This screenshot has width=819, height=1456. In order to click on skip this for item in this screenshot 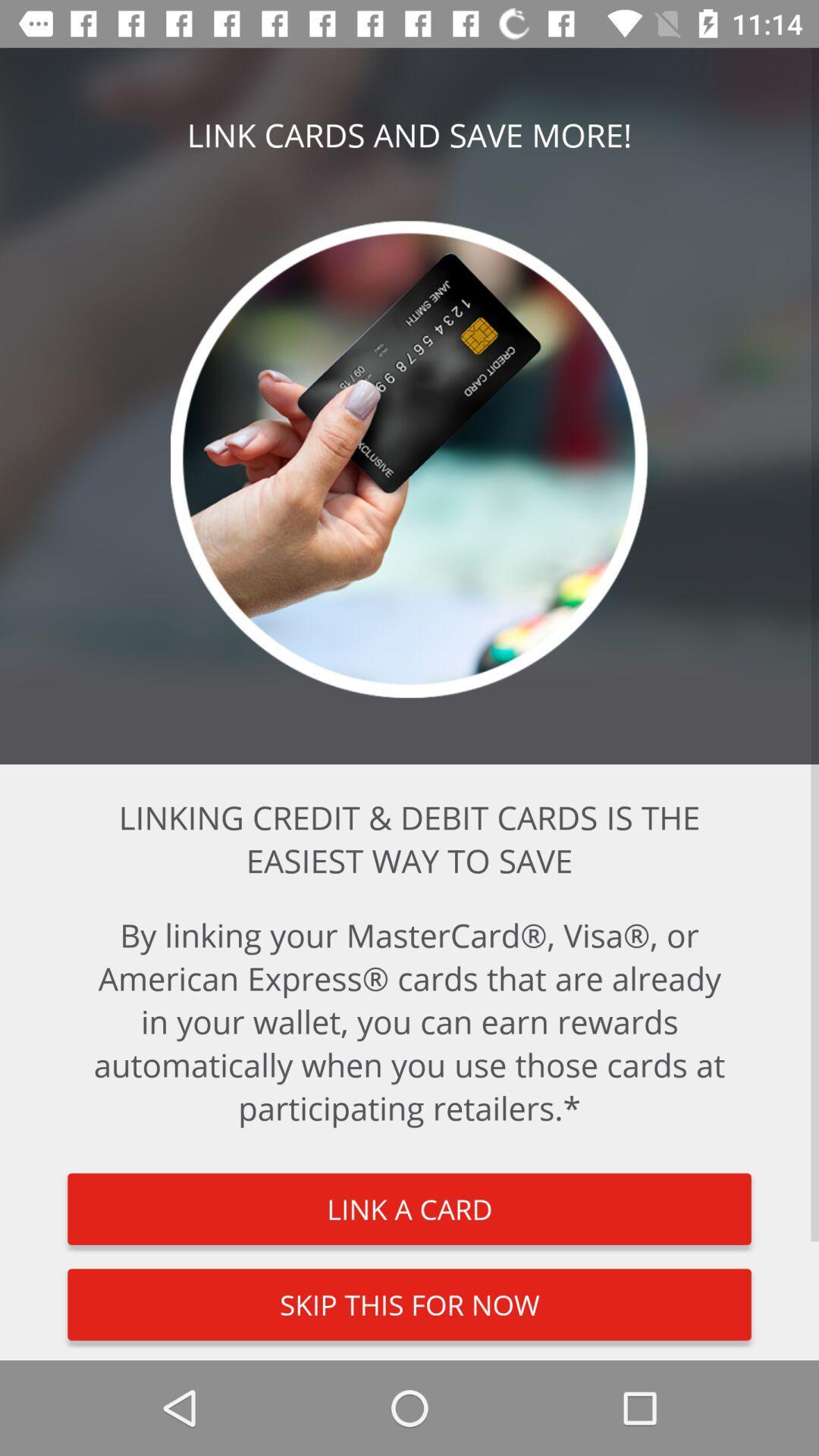, I will do `click(409, 1304)`.